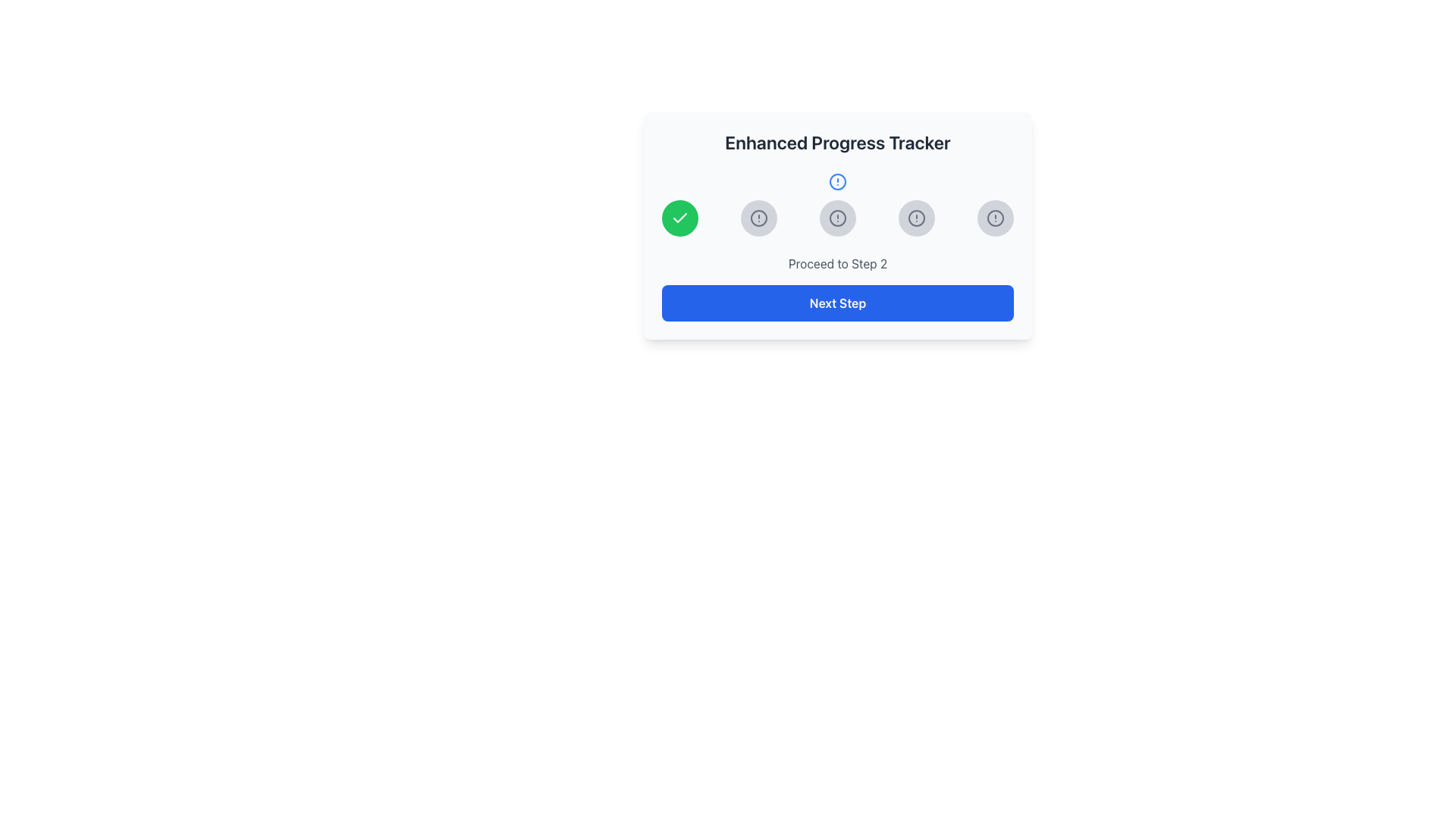  Describe the element at coordinates (916, 218) in the screenshot. I see `the fourth circular button in the multi-step process tracker, which has an embedded icon indicating it requires attention or provides information` at that location.